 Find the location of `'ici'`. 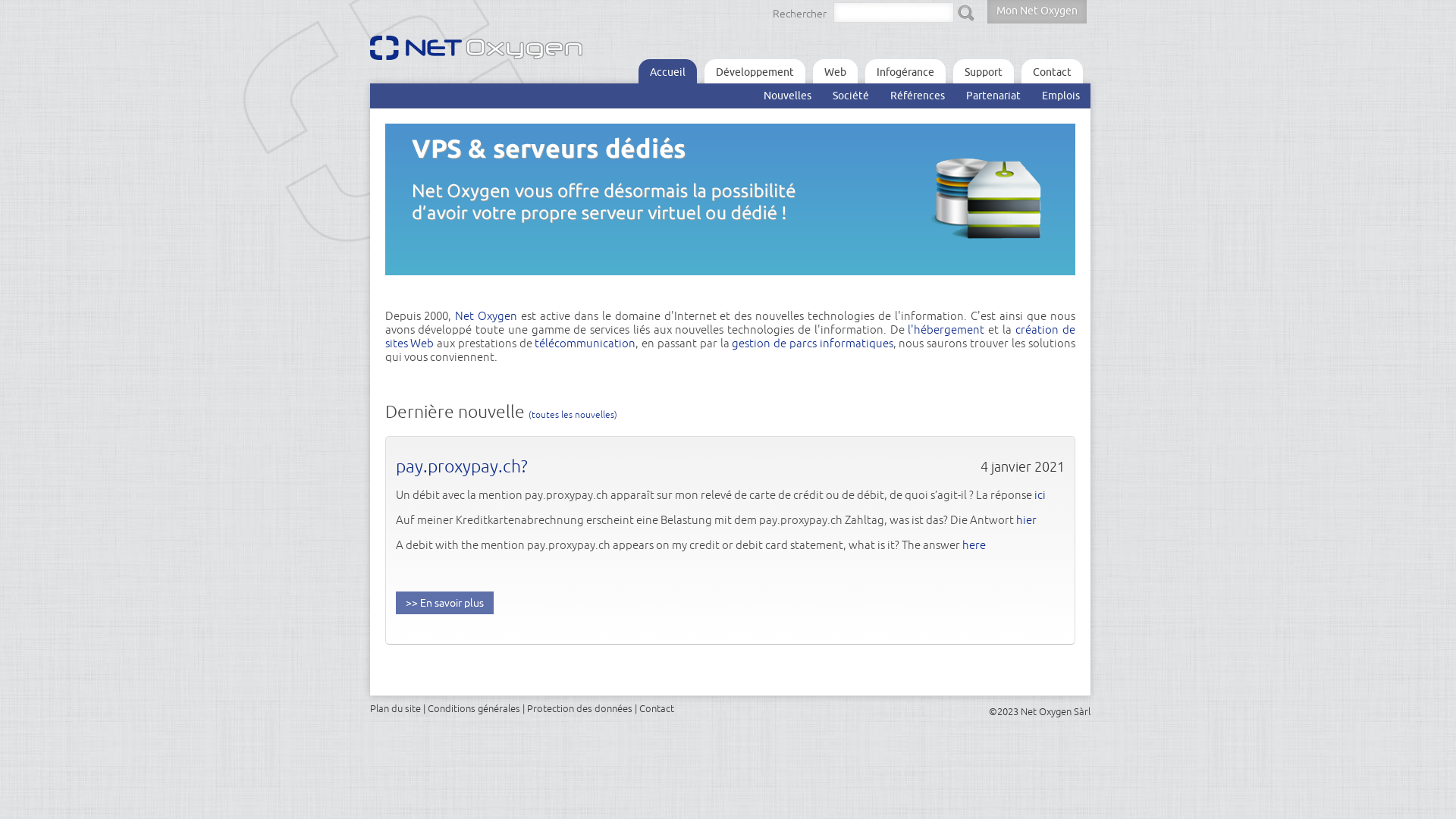

'ici' is located at coordinates (1033, 494).